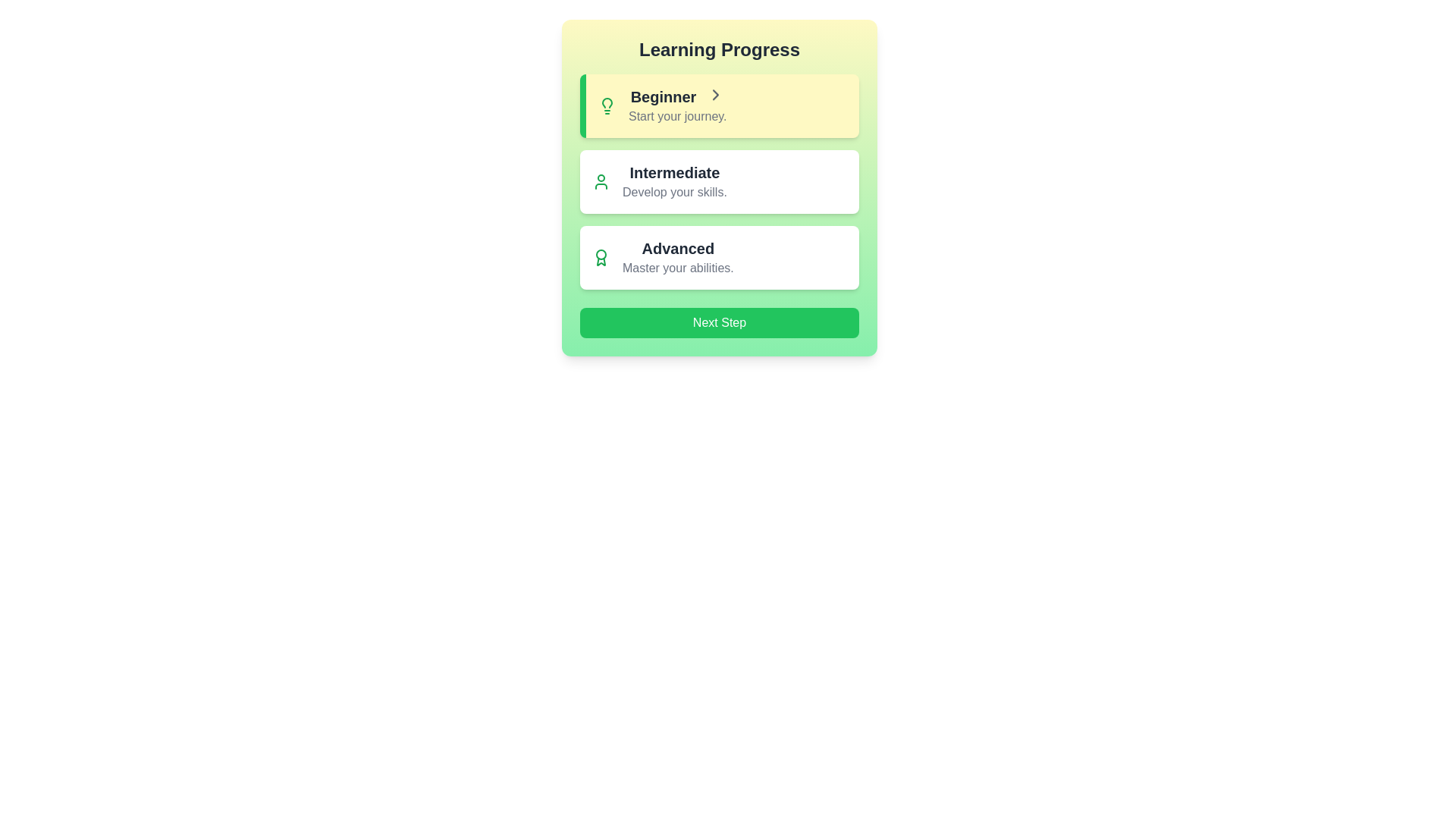  Describe the element at coordinates (719, 180) in the screenshot. I see `the 'Intermediate' button in the 'Learning Progress' section` at that location.